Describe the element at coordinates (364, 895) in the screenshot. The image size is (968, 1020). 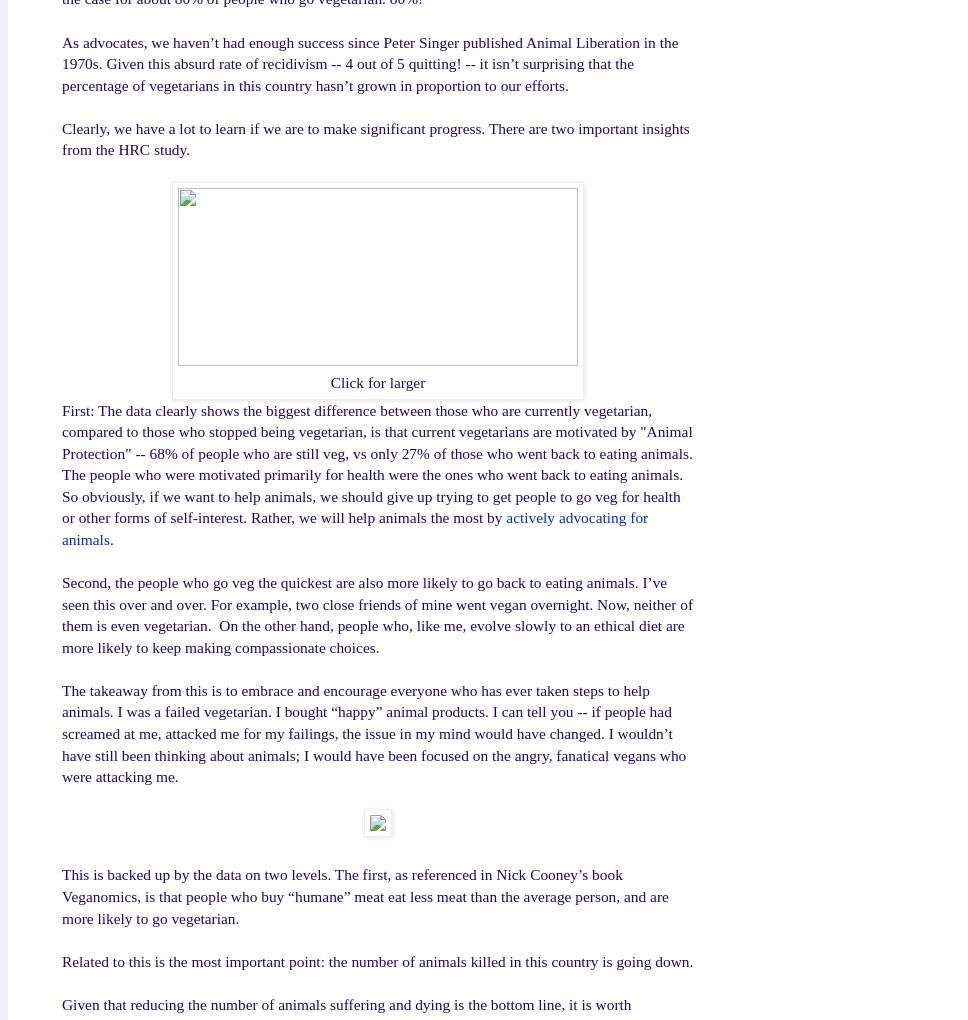
I see `'This is backed up by the data on two levels. The first, as referenced in Nick Cooney’s book Veganomics, is that people who buy “humane” meat eat less meat than the average person, and are more likely to go vegetarian.'` at that location.